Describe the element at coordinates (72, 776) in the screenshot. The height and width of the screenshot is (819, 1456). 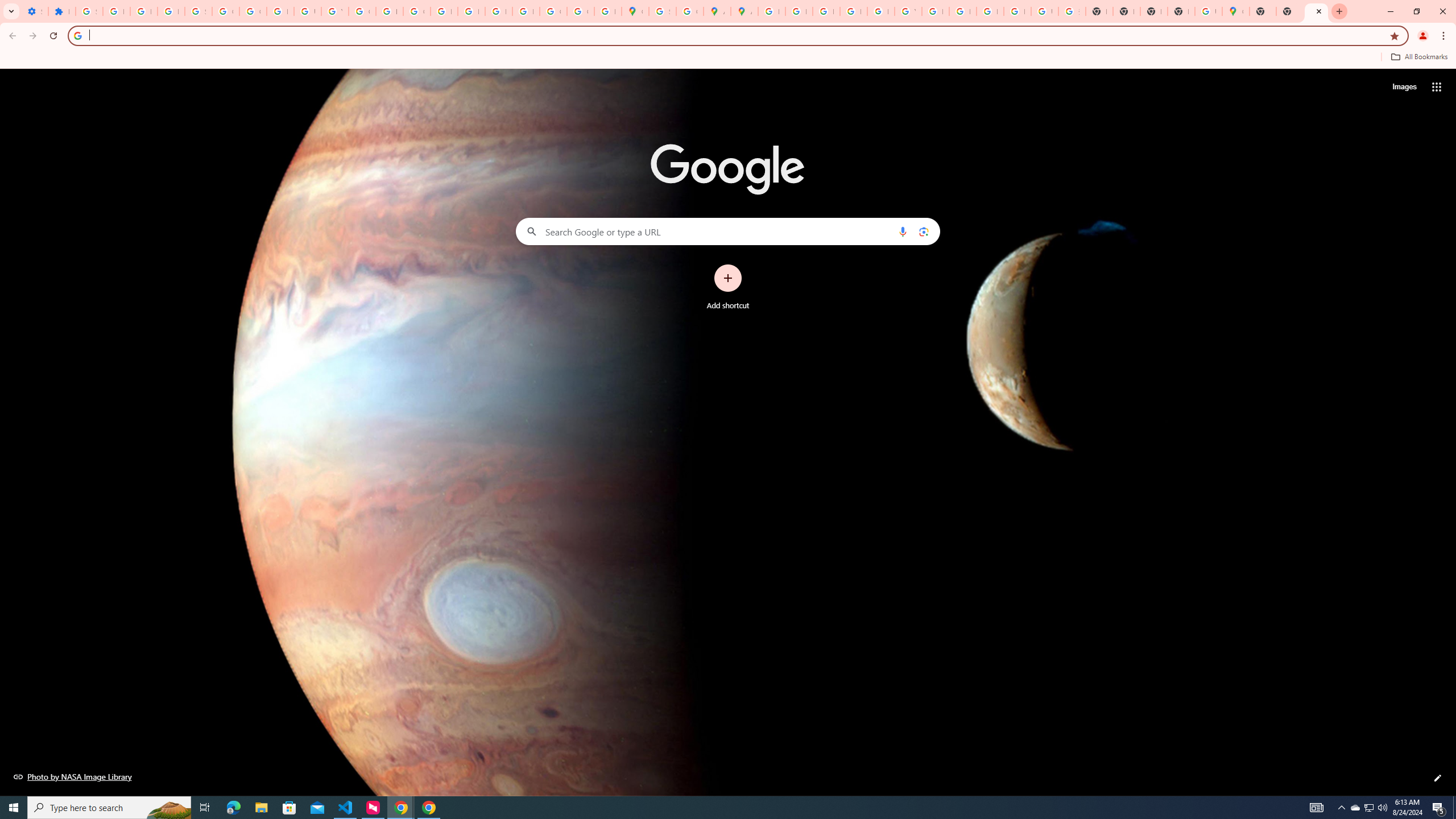
I see `'Photo by NASA Image Library'` at that location.